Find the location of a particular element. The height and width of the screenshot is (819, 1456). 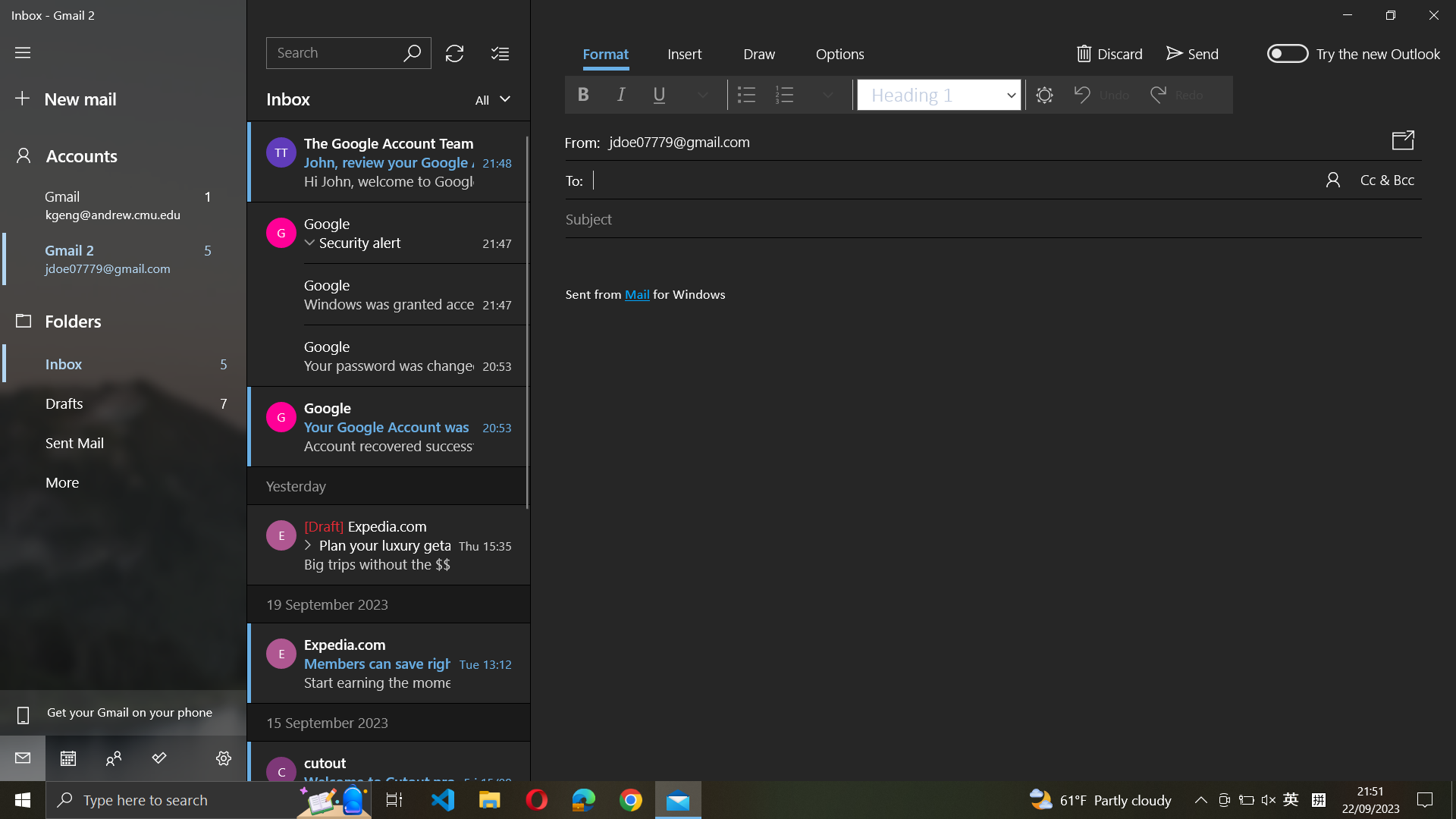

emails from the account "kgeng@andrew.cmu.edu is located at coordinates (490, 99).